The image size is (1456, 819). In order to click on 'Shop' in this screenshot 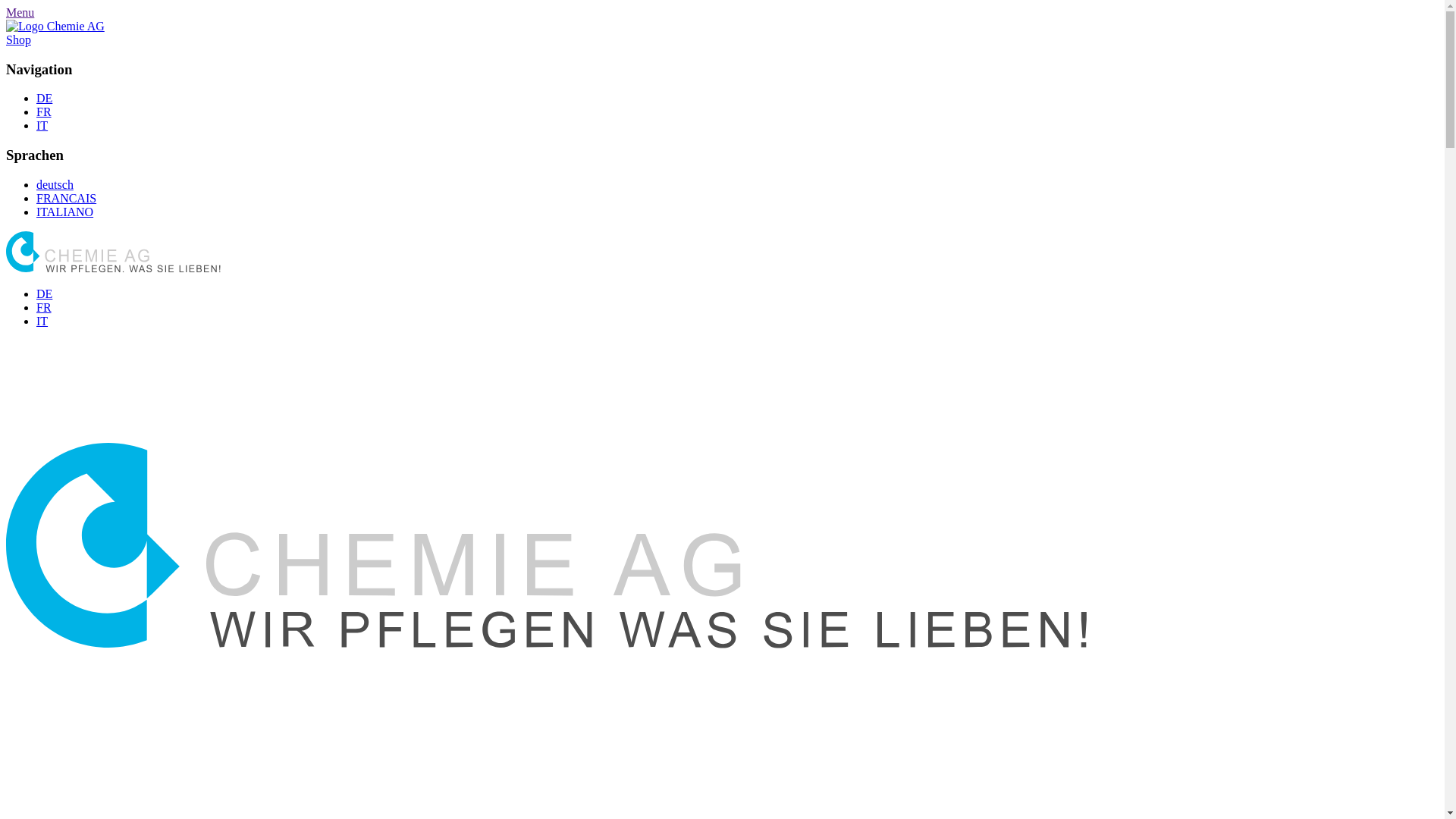, I will do `click(6, 39)`.